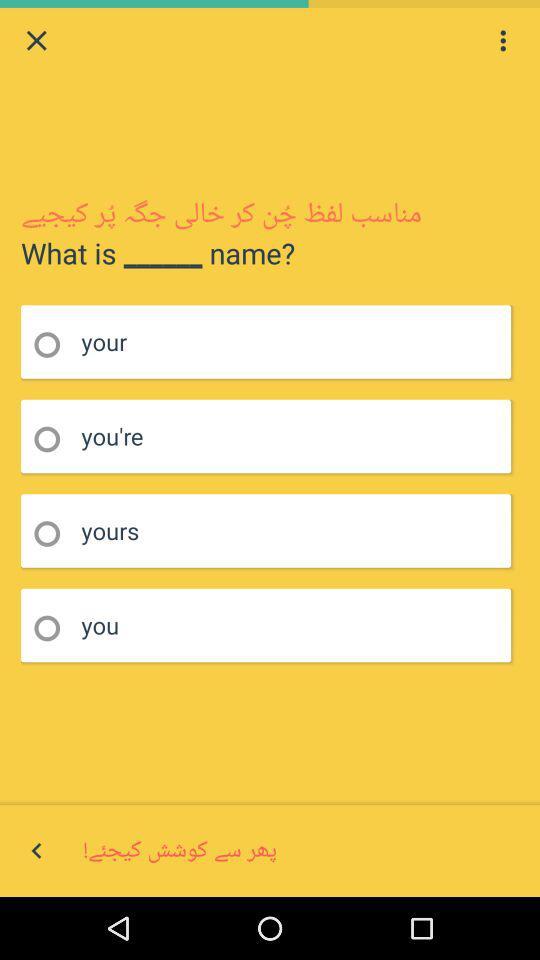 This screenshot has width=540, height=960. I want to click on option, so click(53, 533).